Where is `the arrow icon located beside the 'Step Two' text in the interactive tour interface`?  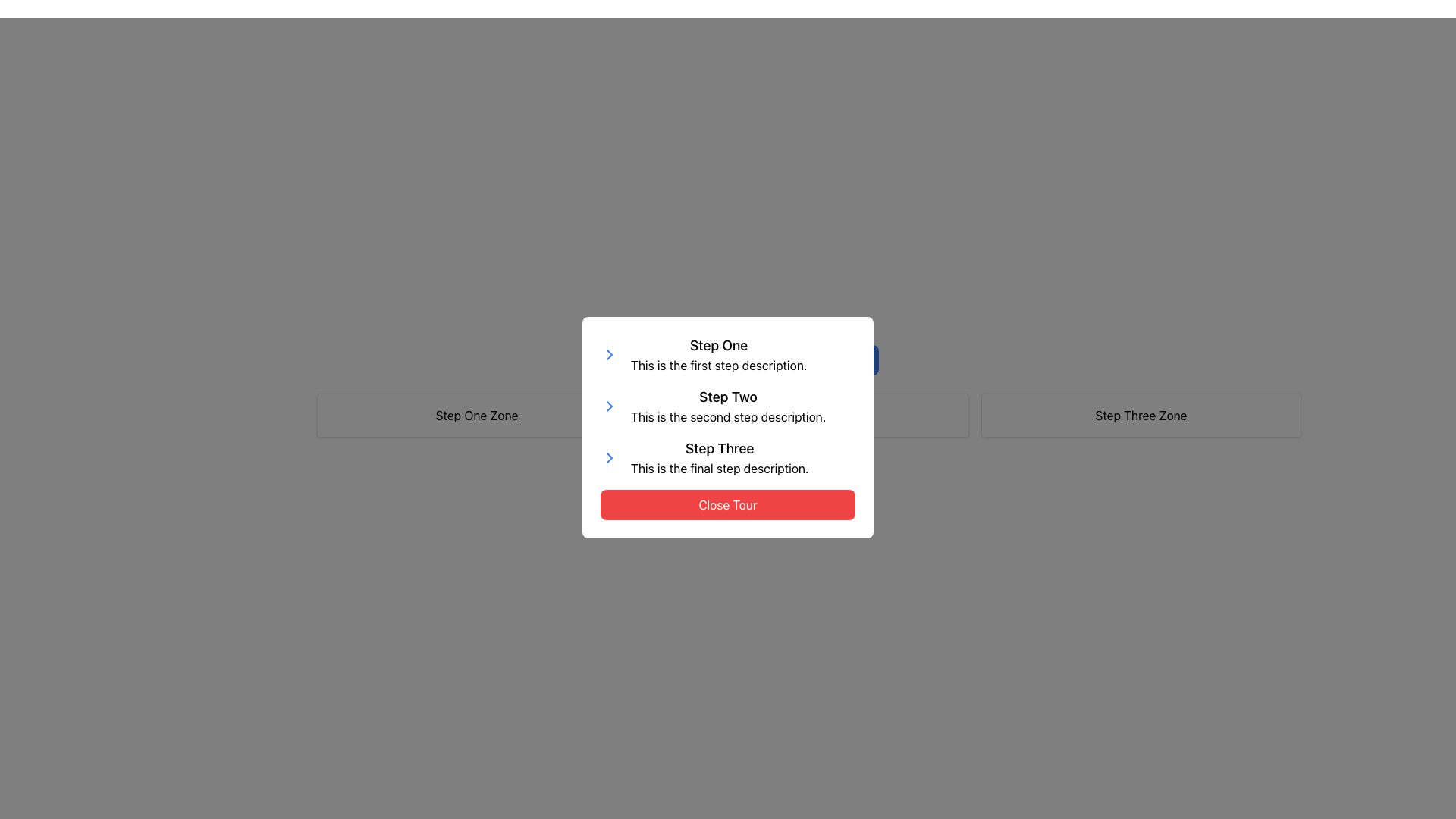
the arrow icon located beside the 'Step Two' text in the interactive tour interface is located at coordinates (610, 354).